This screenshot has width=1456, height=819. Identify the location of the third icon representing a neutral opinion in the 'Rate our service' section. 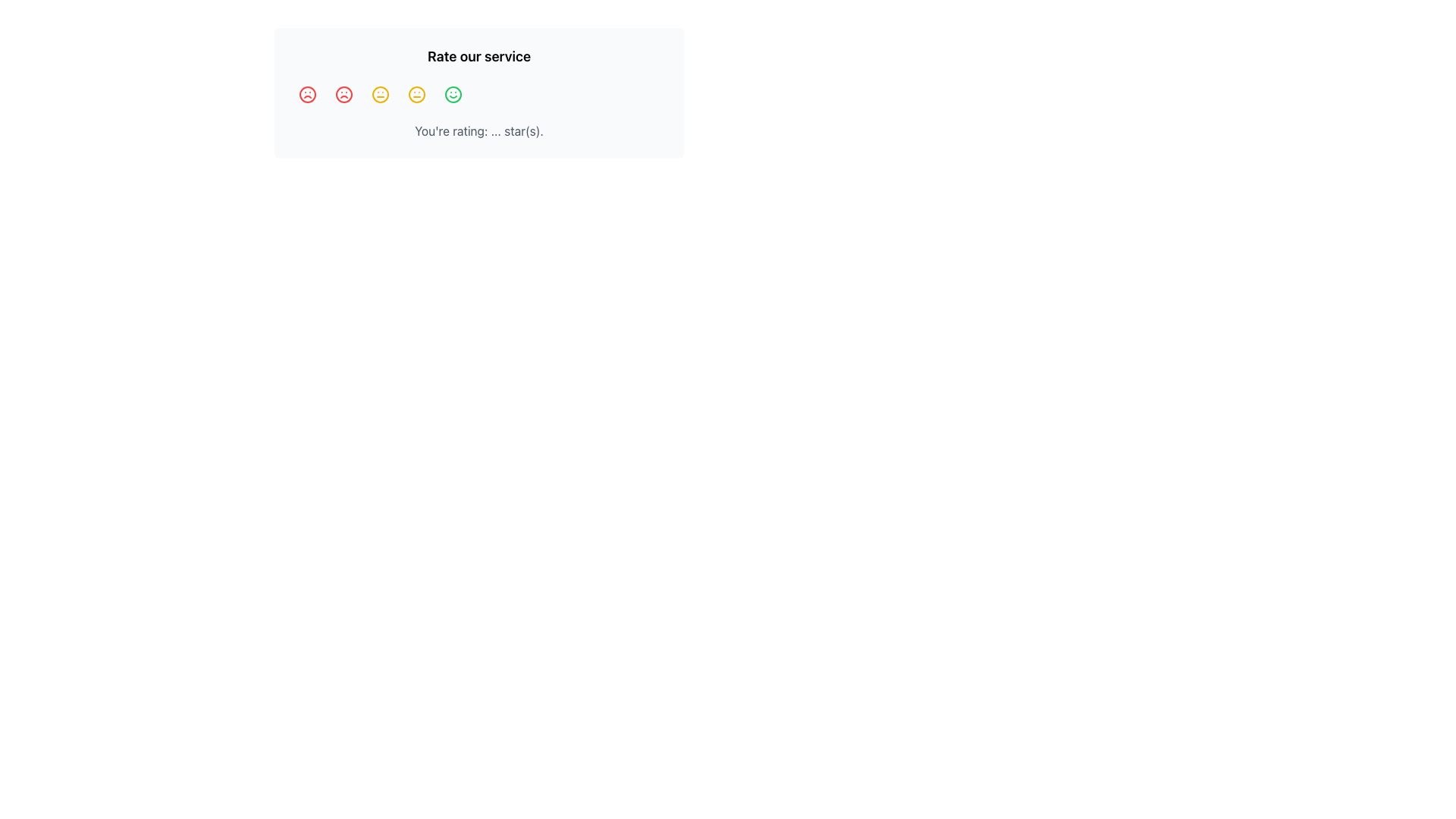
(381, 94).